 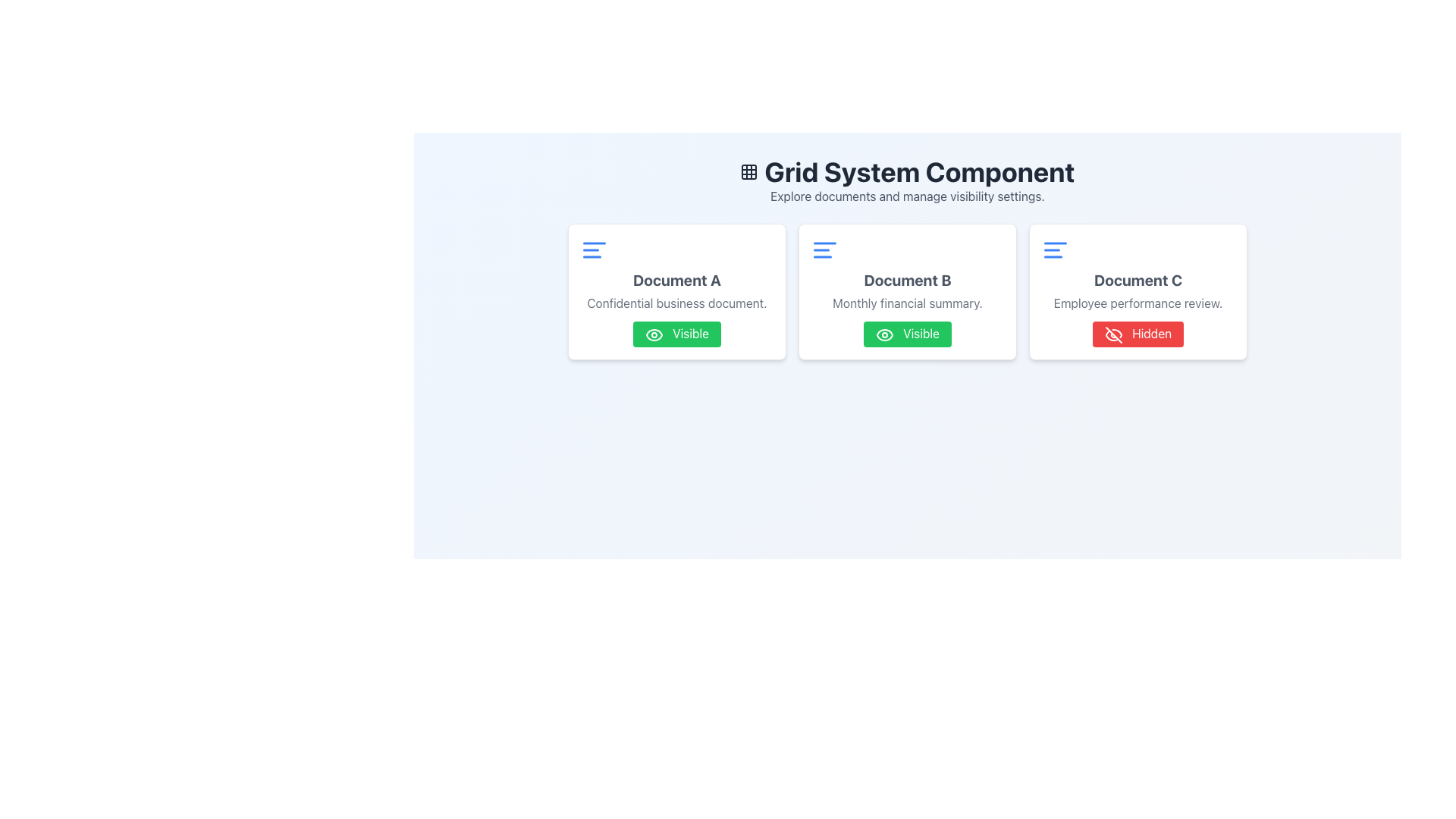 What do you see at coordinates (749, 171) in the screenshot?
I see `the grid icon located at the beginning of the 'Grid System Component' header` at bounding box center [749, 171].